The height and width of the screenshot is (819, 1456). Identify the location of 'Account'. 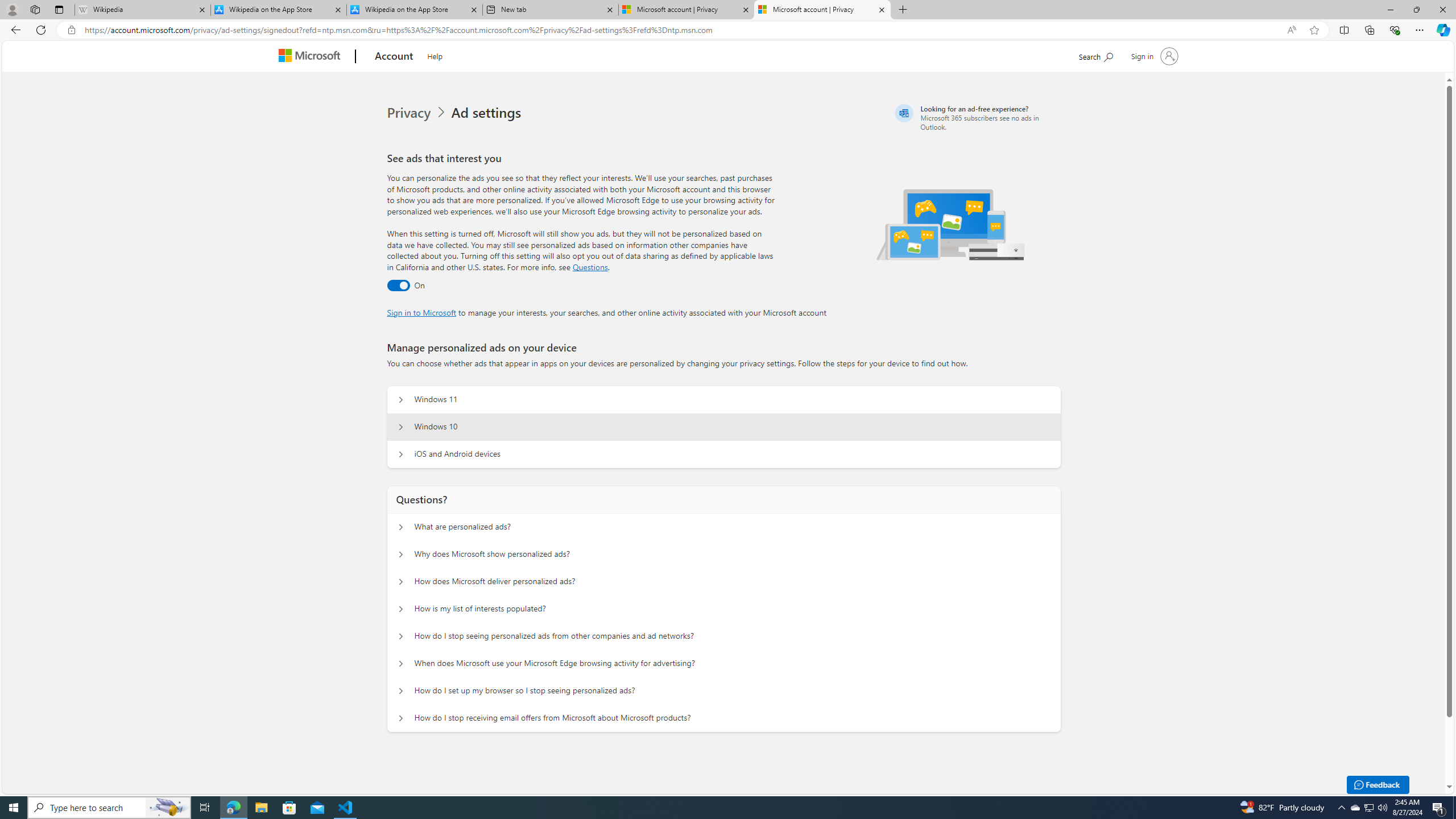
(394, 56).